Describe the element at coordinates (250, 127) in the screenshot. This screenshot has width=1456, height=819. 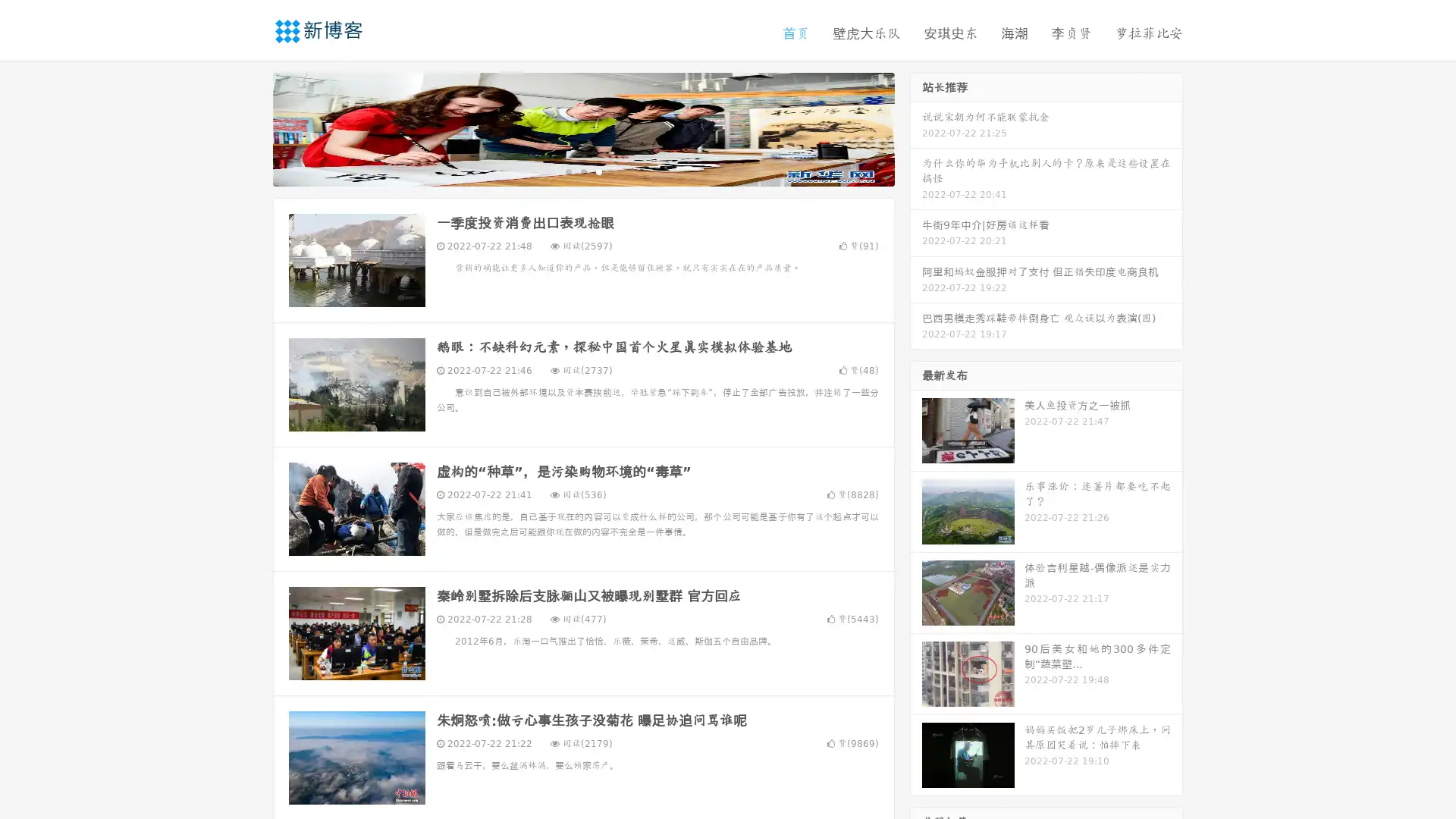
I see `Previous slide` at that location.